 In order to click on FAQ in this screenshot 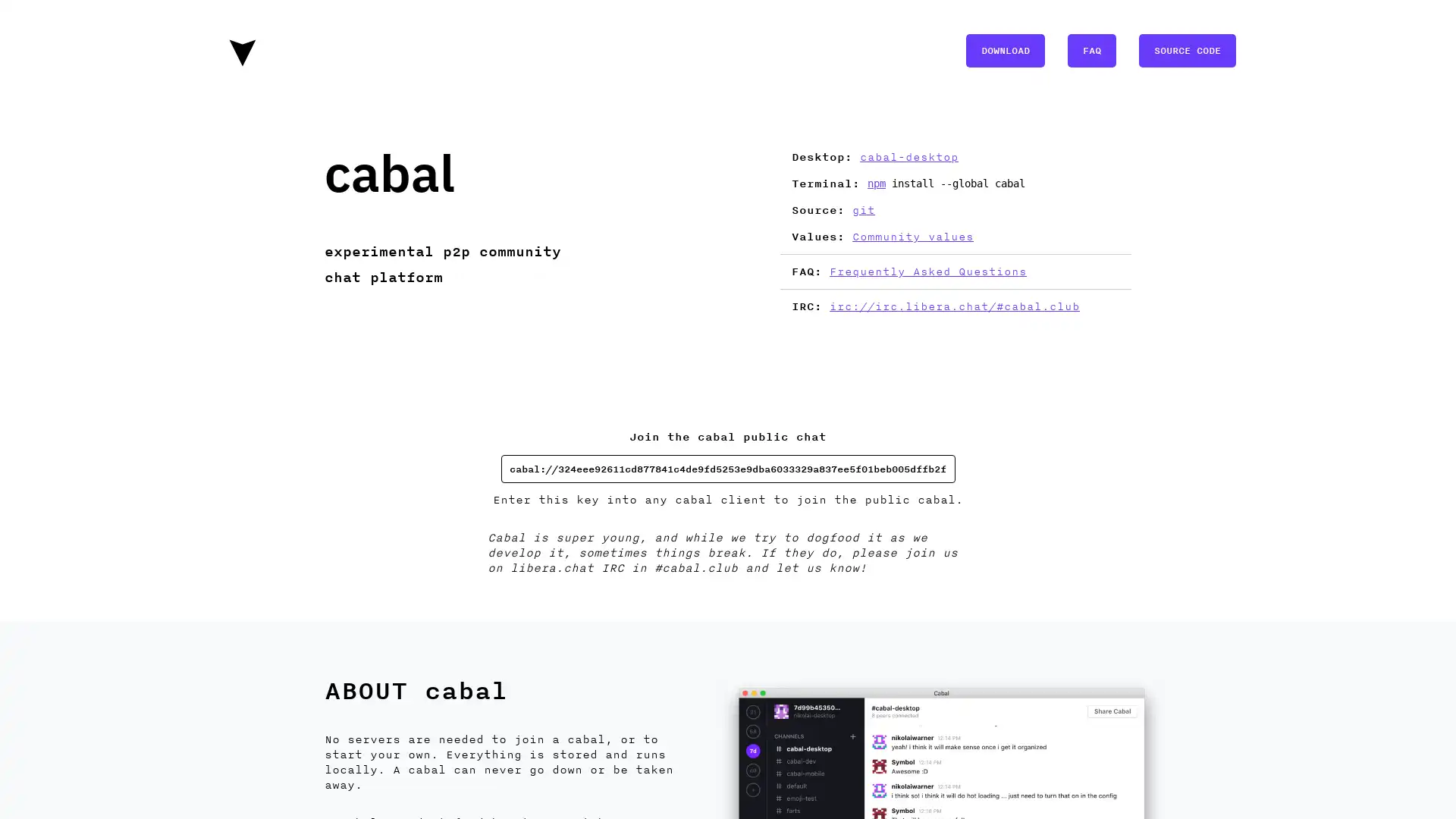, I will do `click(1092, 49)`.